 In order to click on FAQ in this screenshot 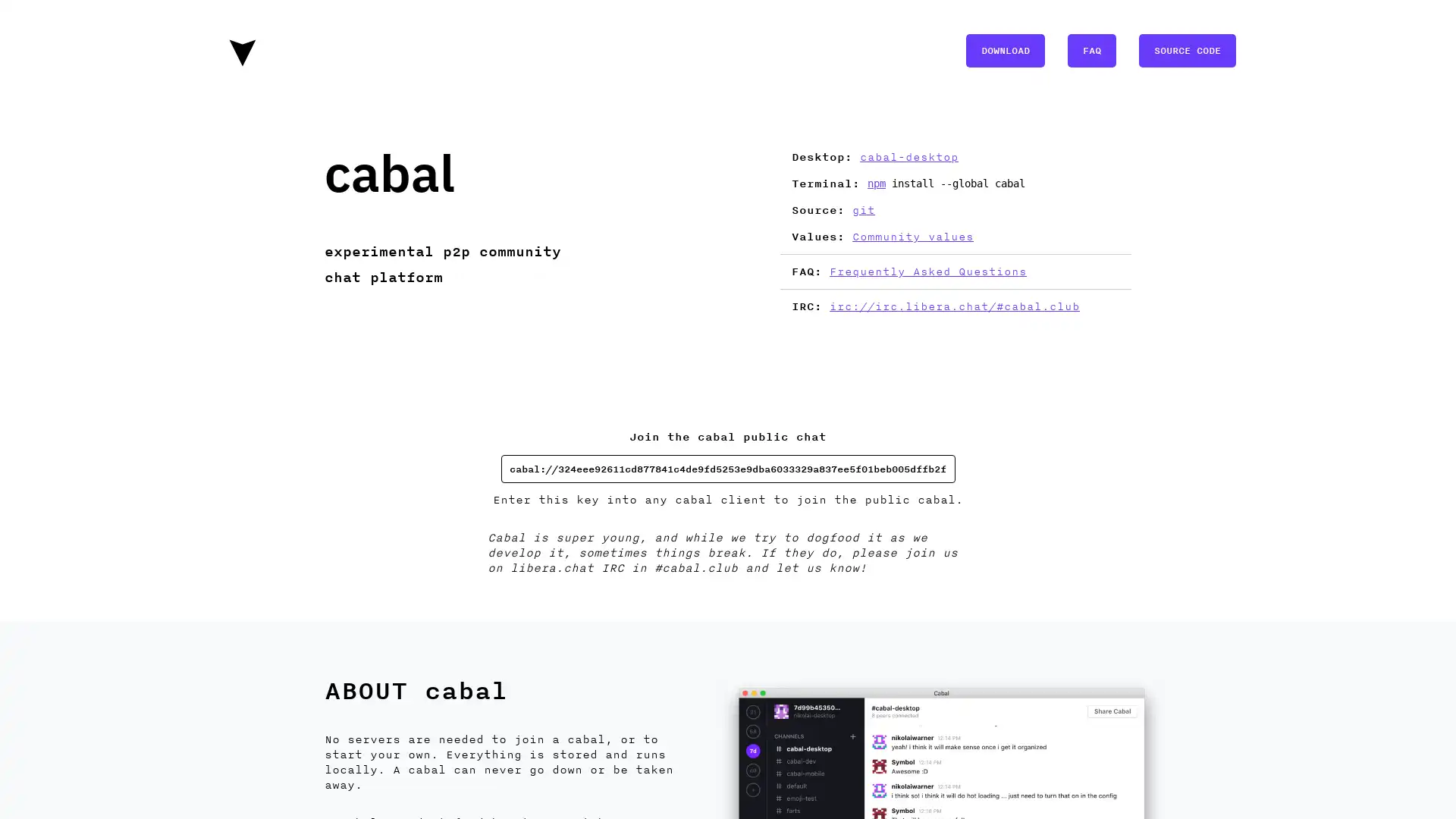, I will do `click(1092, 49)`.